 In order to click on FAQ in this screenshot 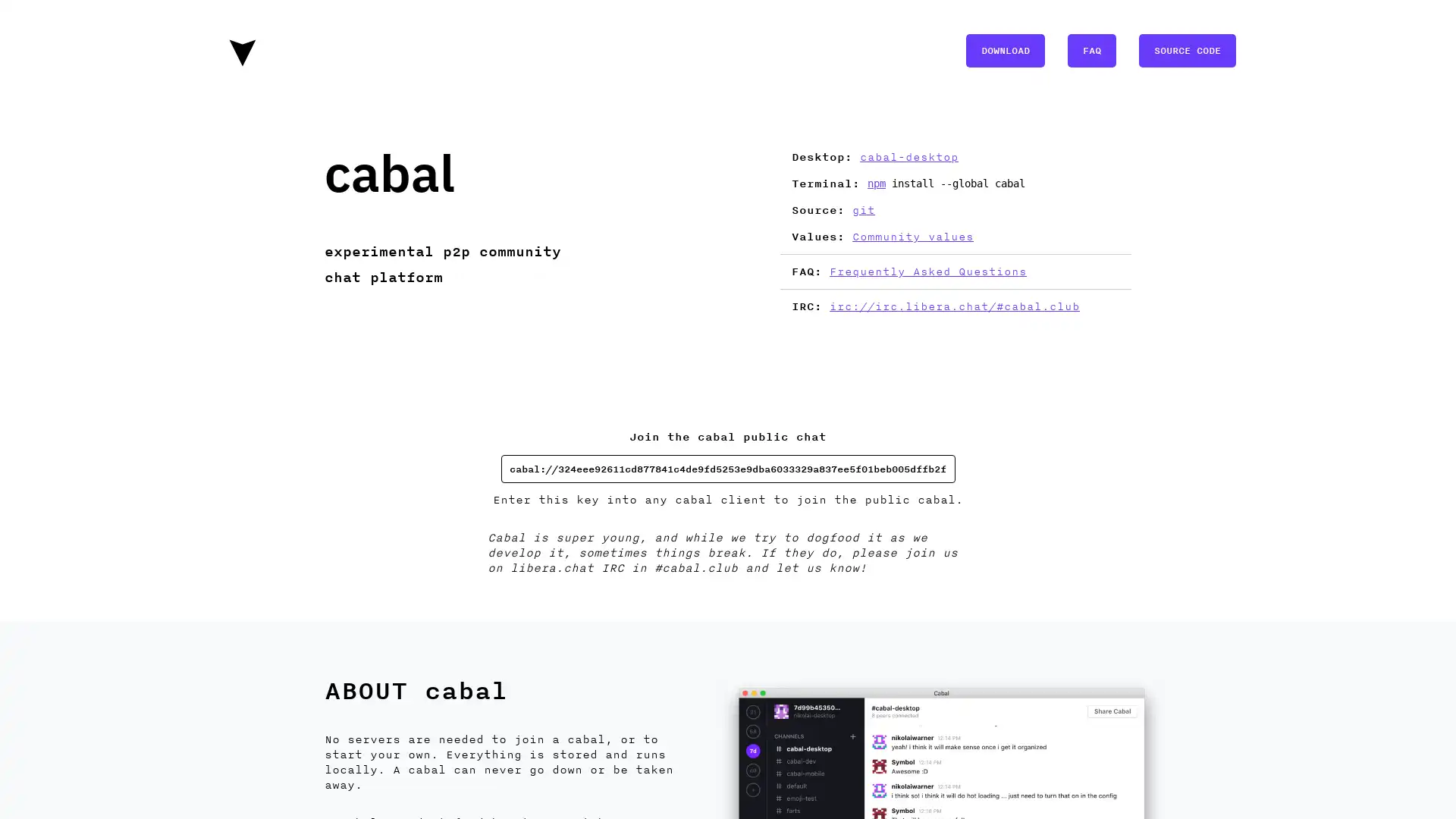, I will do `click(1092, 49)`.